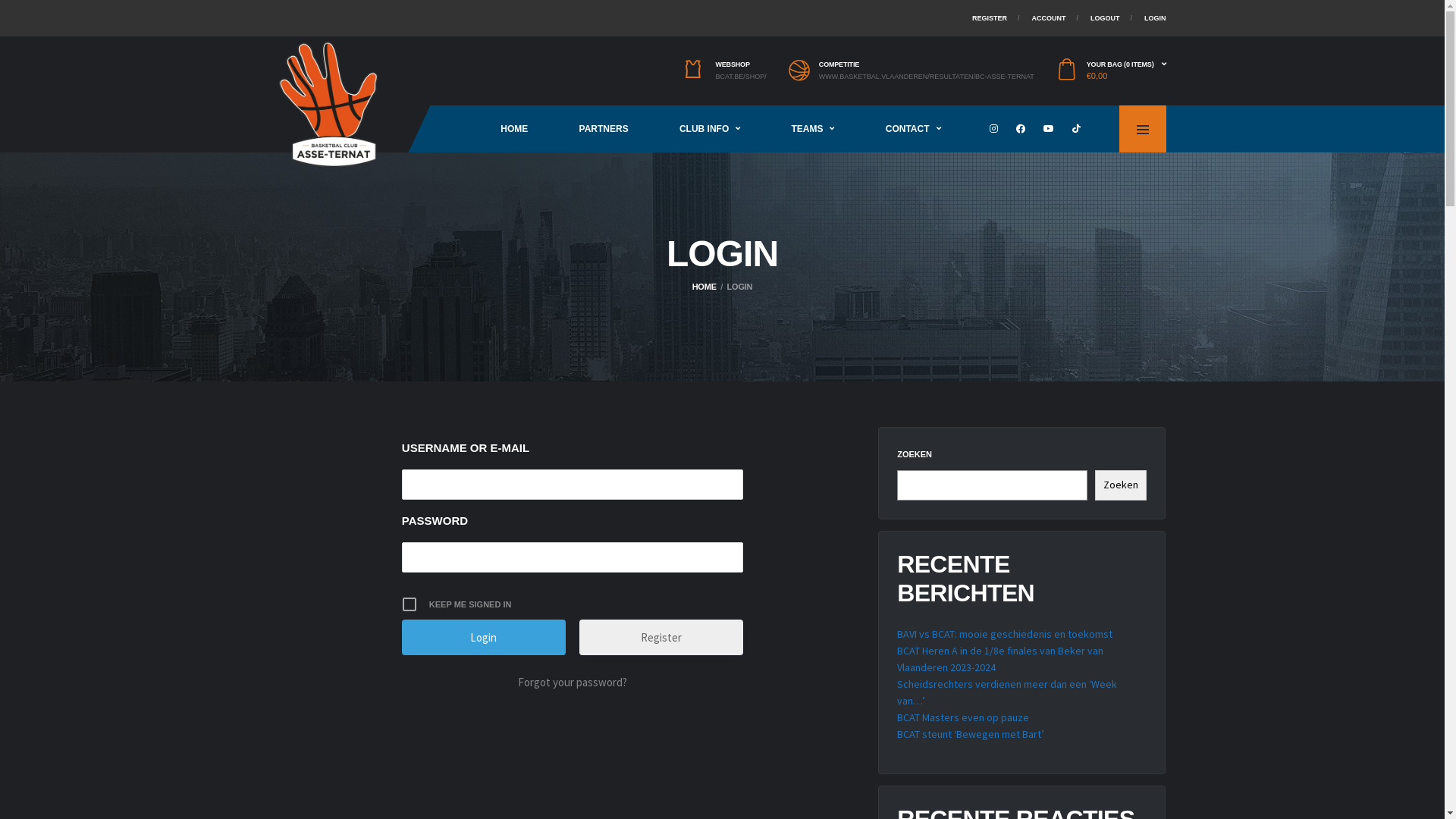 The height and width of the screenshot is (819, 1456). What do you see at coordinates (571, 681) in the screenshot?
I see `'Forgot your password?'` at bounding box center [571, 681].